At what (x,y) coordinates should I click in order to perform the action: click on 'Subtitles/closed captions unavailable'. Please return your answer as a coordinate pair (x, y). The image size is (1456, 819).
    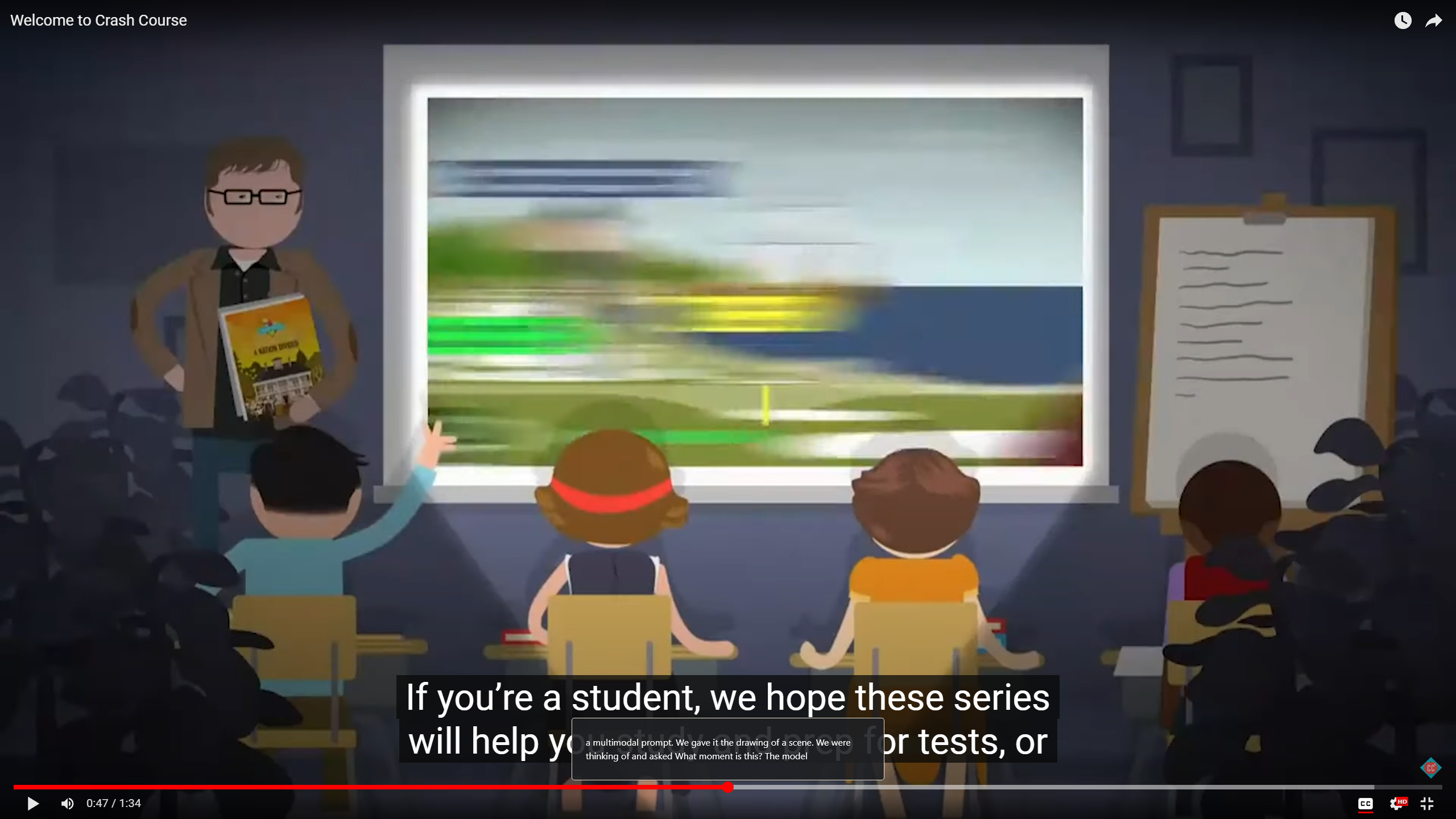
    Looking at the image, I should click on (1365, 803).